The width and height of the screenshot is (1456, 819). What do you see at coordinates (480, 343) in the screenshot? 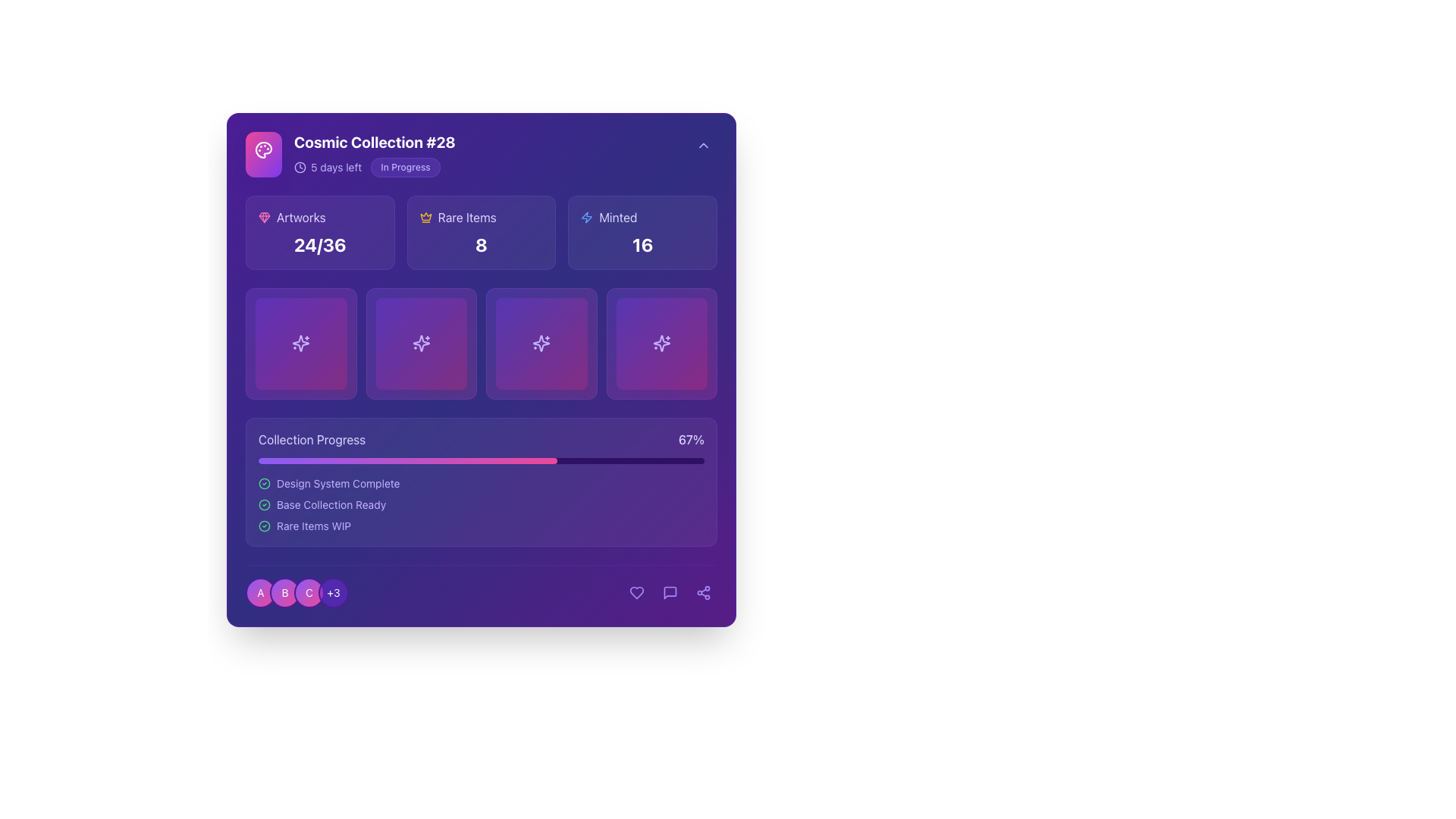
I see `the interactive grid item or button` at bounding box center [480, 343].